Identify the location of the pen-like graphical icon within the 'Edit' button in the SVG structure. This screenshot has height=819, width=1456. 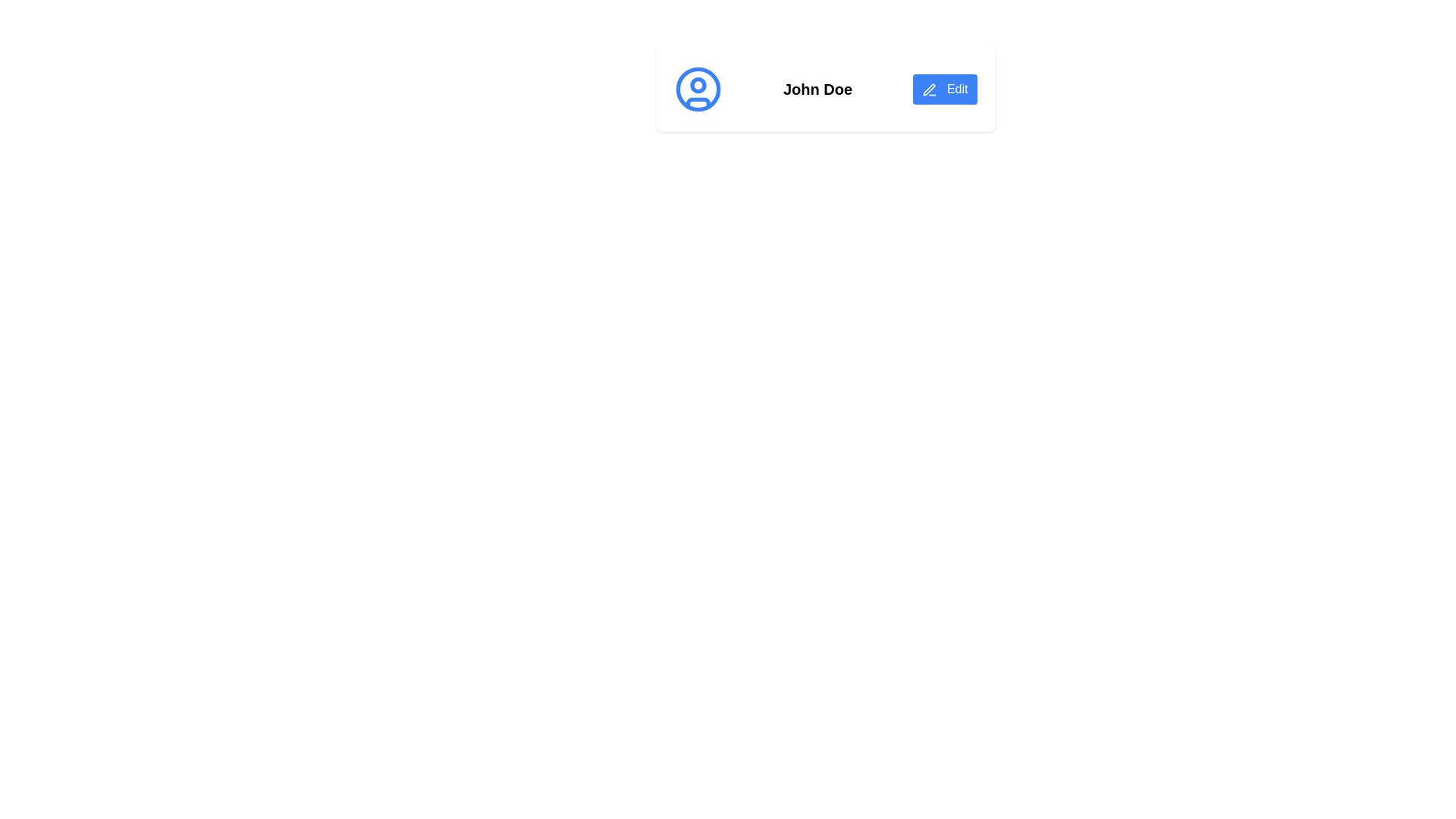
(929, 89).